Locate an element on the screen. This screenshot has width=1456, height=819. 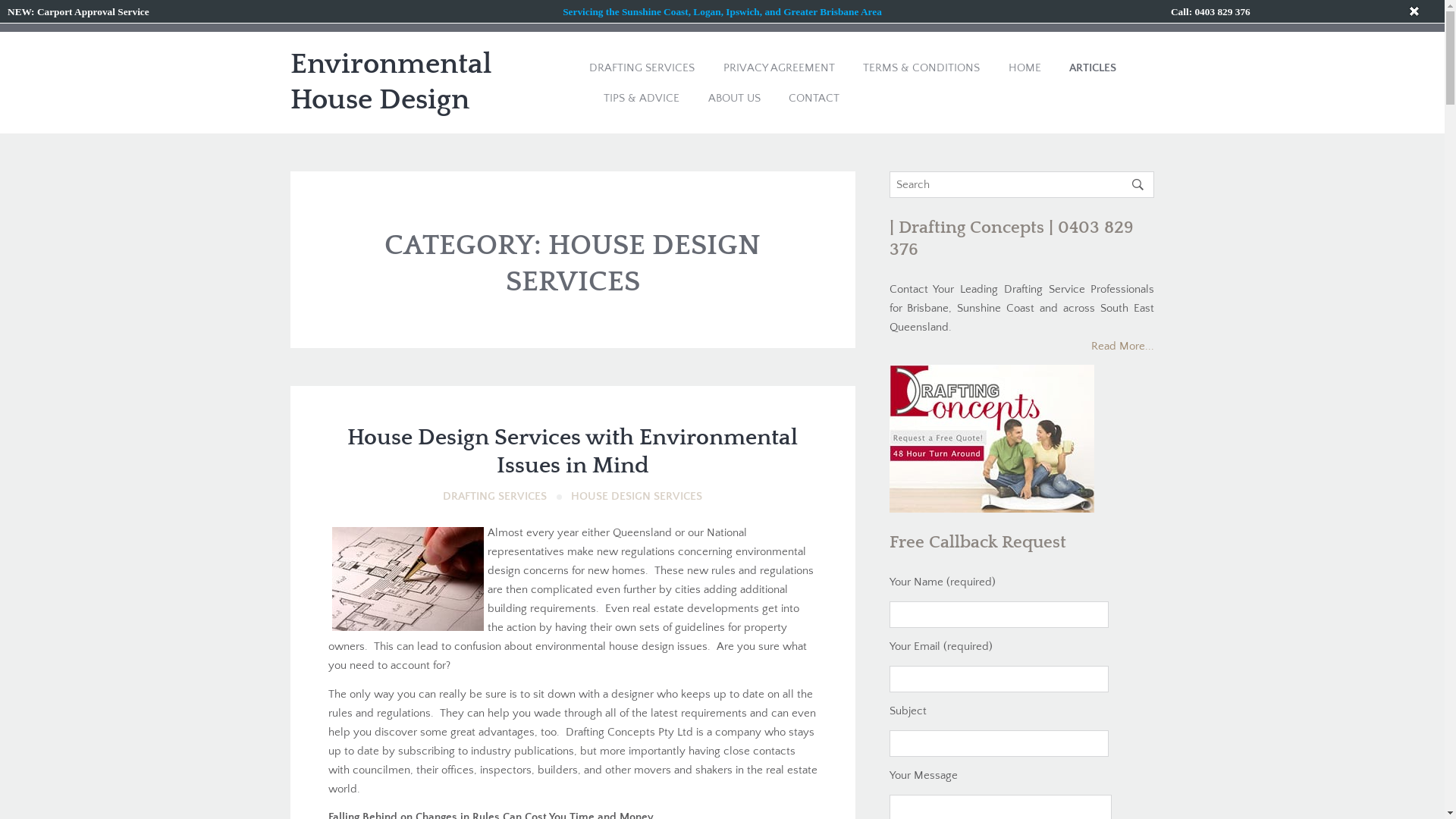
'Call: 0403 829 376' is located at coordinates (1210, 11).